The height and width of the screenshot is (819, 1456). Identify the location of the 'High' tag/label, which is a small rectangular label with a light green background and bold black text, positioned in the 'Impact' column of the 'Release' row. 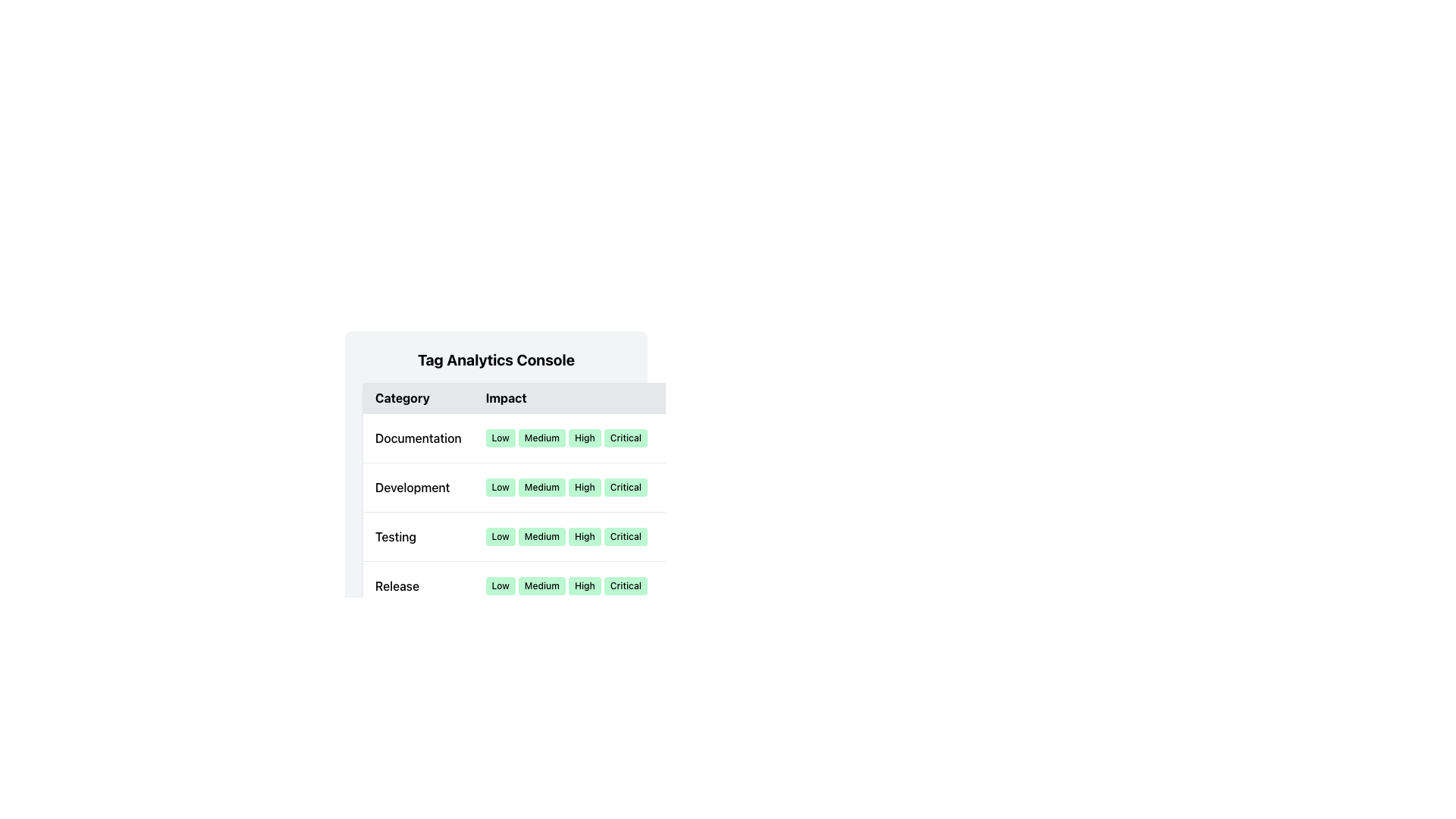
(584, 585).